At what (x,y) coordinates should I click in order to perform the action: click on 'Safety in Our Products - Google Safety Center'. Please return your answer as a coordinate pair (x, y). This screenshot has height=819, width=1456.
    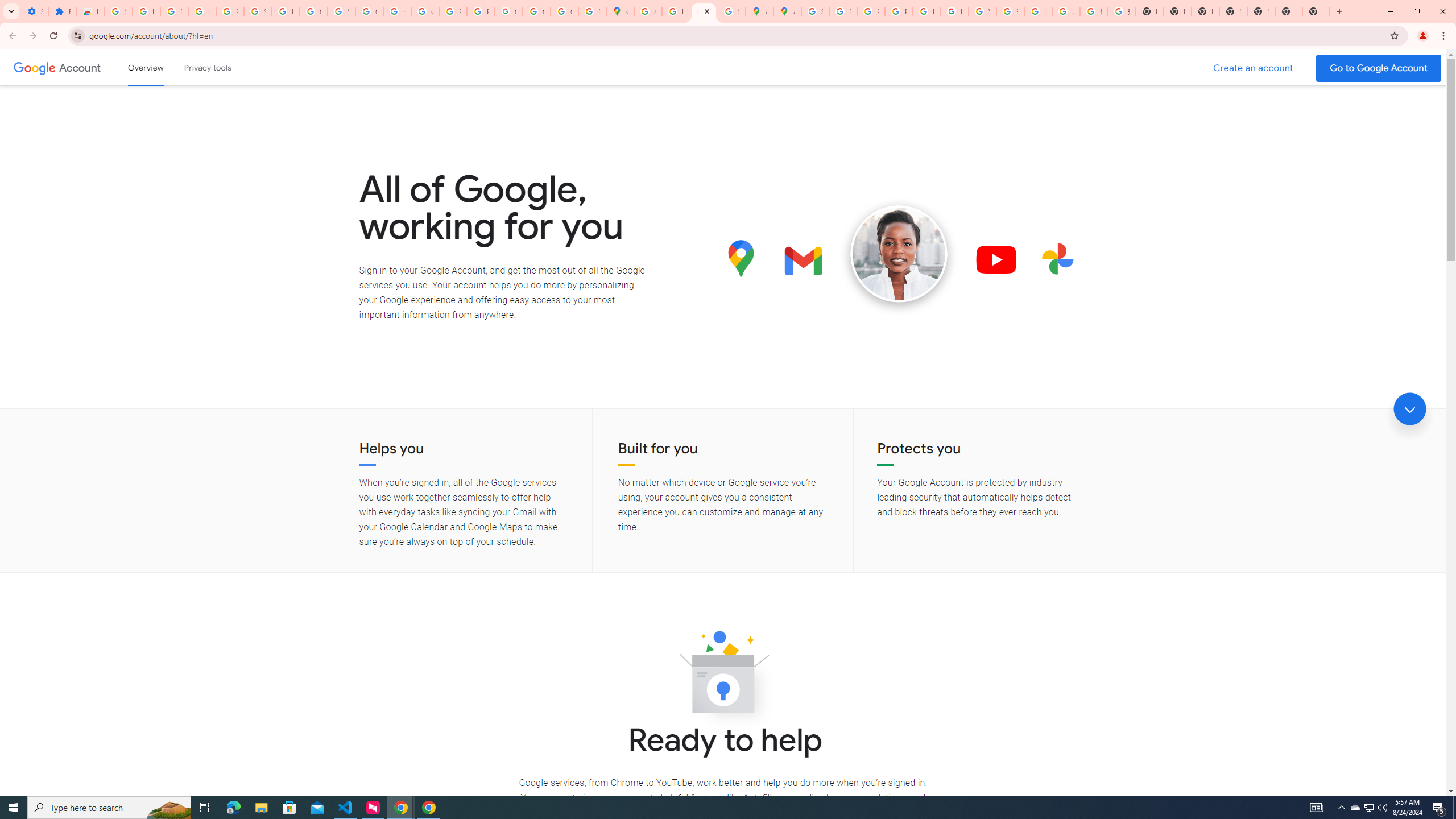
    Looking at the image, I should click on (731, 11).